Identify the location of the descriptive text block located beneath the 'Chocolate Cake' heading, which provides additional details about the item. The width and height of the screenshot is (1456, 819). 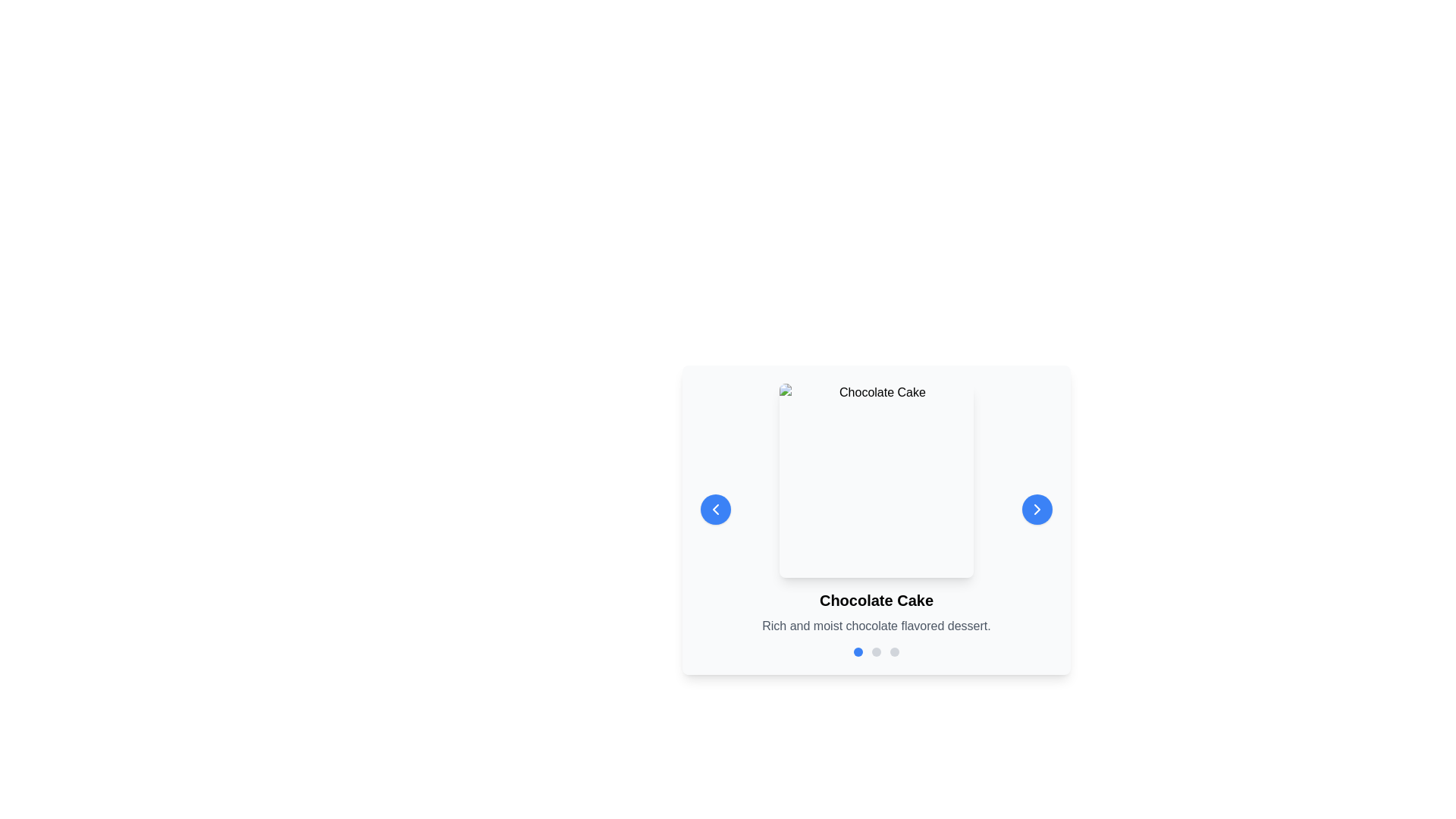
(877, 626).